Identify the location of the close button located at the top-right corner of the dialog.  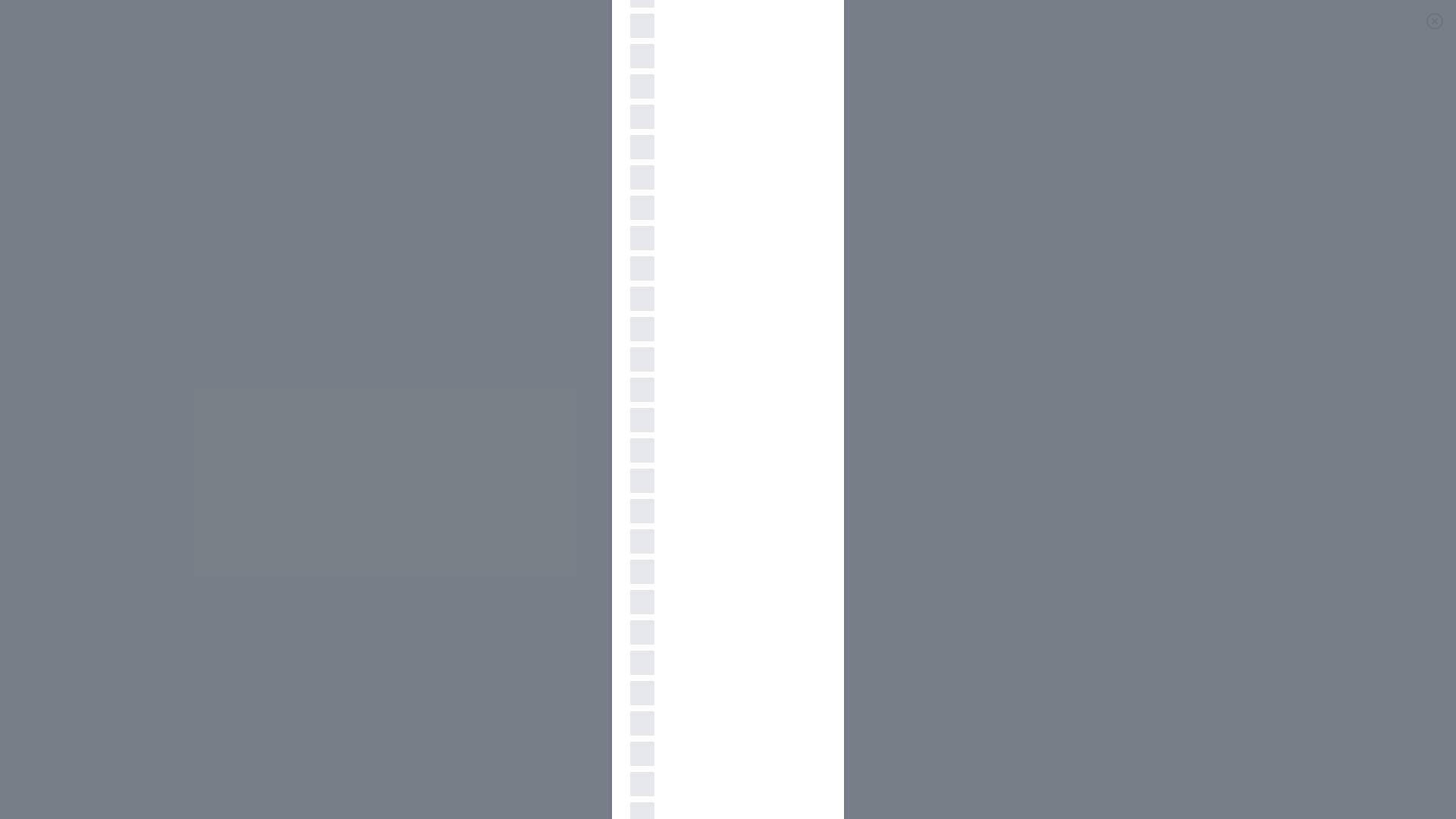
(1433, 20).